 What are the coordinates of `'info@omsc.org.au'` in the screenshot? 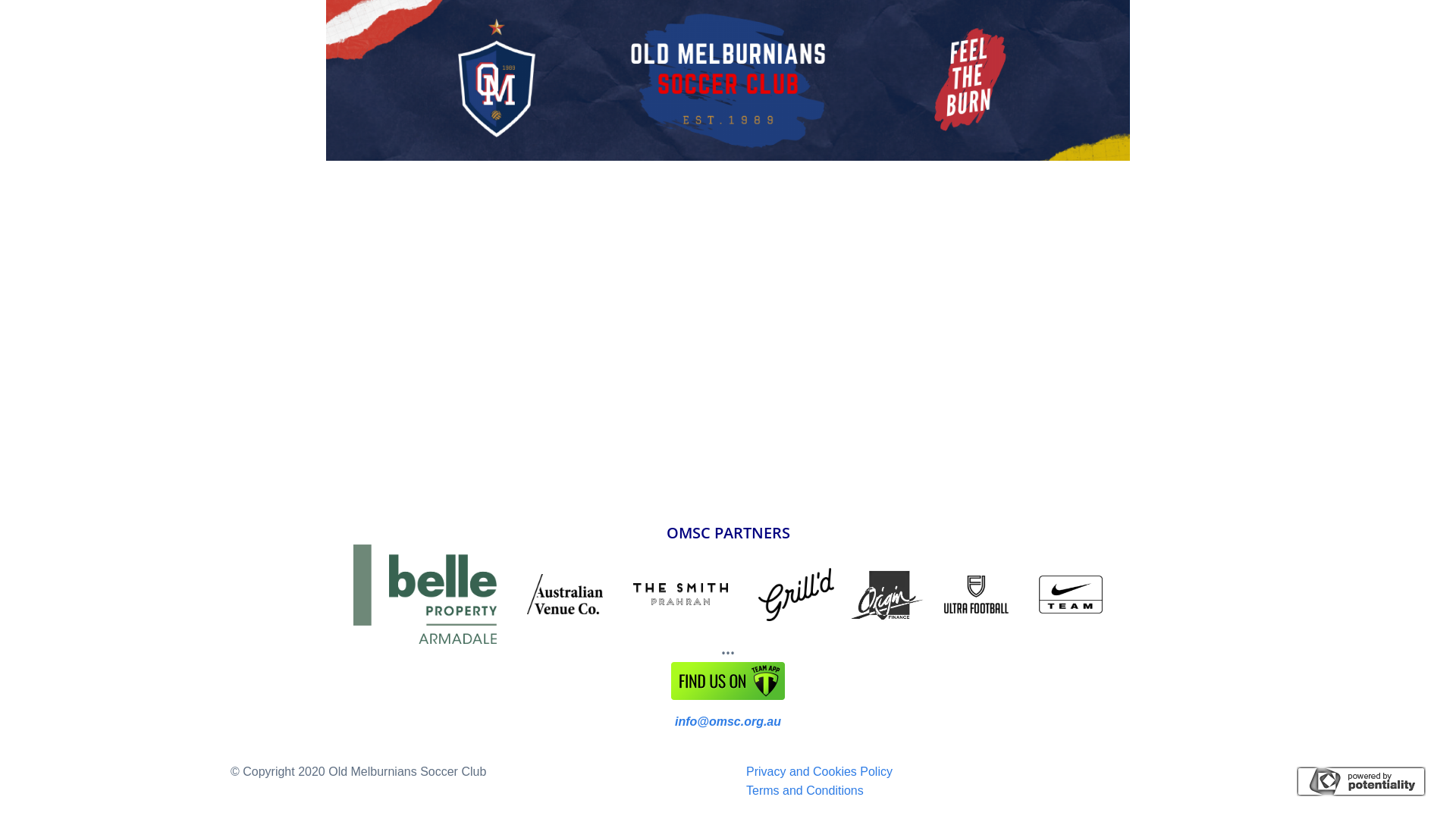 It's located at (673, 720).